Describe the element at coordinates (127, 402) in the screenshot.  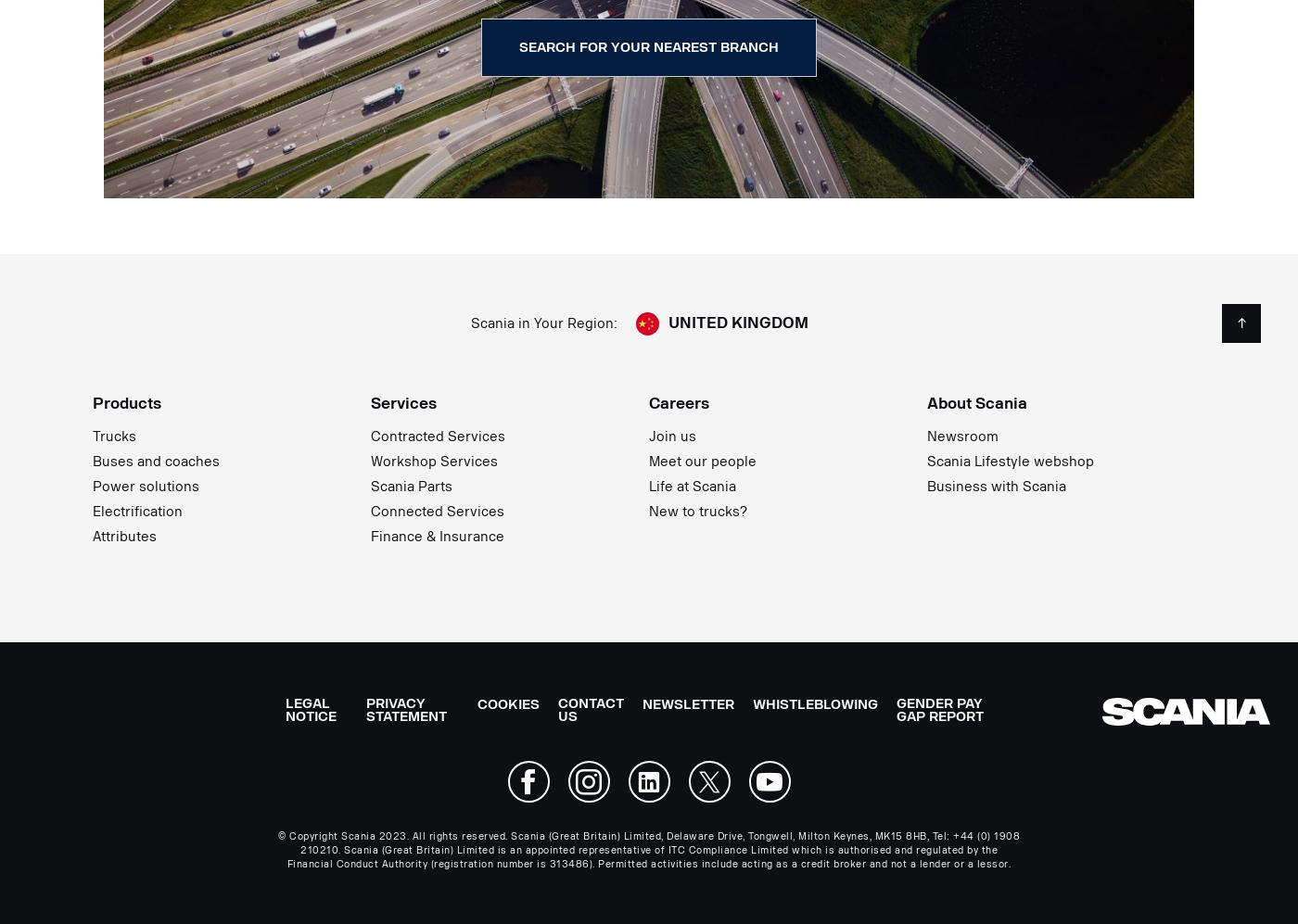
I see `'Products'` at that location.